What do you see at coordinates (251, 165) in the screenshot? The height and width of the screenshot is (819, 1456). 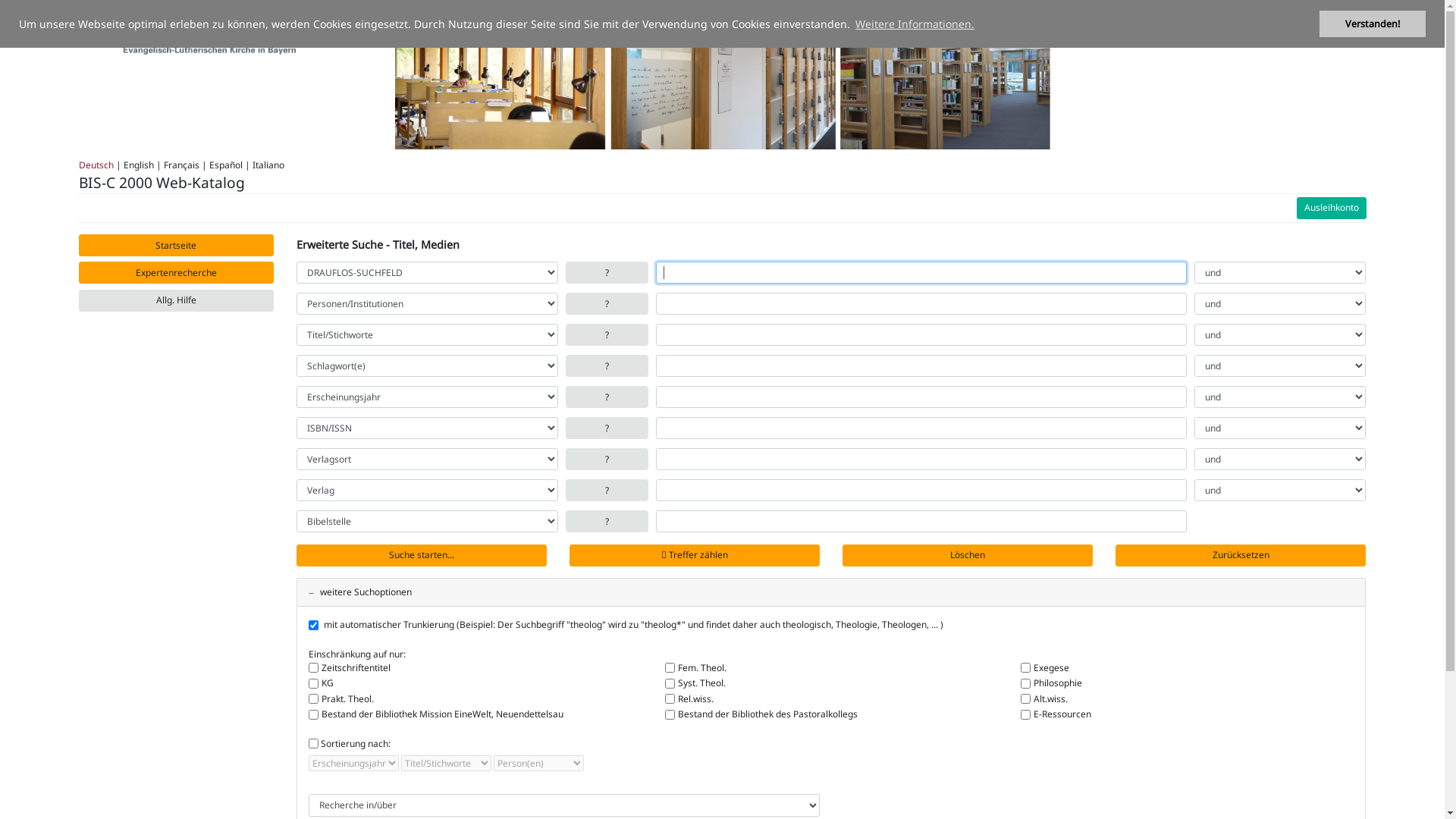 I see `'Italiano'` at bounding box center [251, 165].